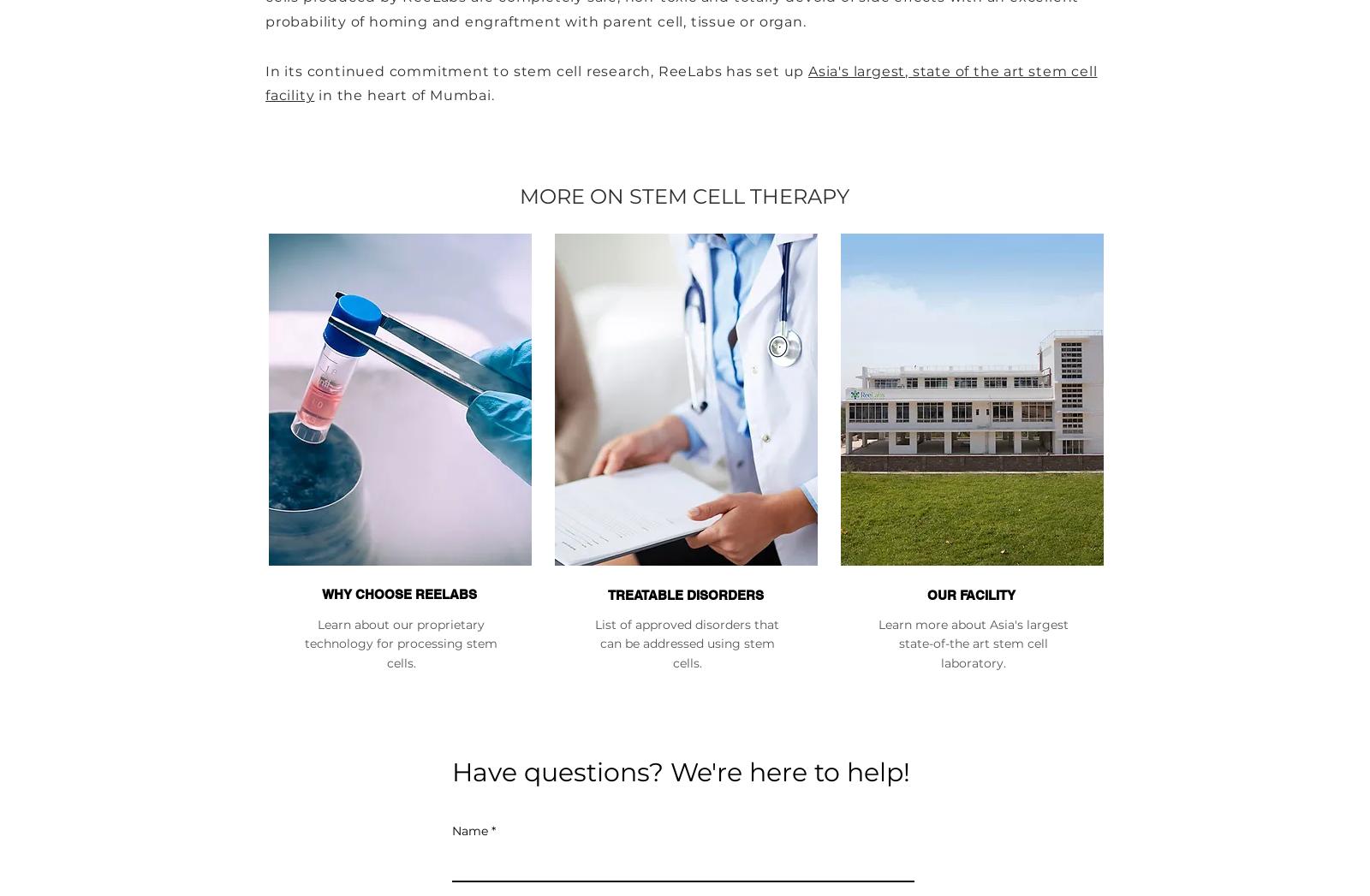 This screenshot has height=896, width=1370. What do you see at coordinates (520, 195) in the screenshot?
I see `'MORE ON STEM CELL THERAPY'` at bounding box center [520, 195].